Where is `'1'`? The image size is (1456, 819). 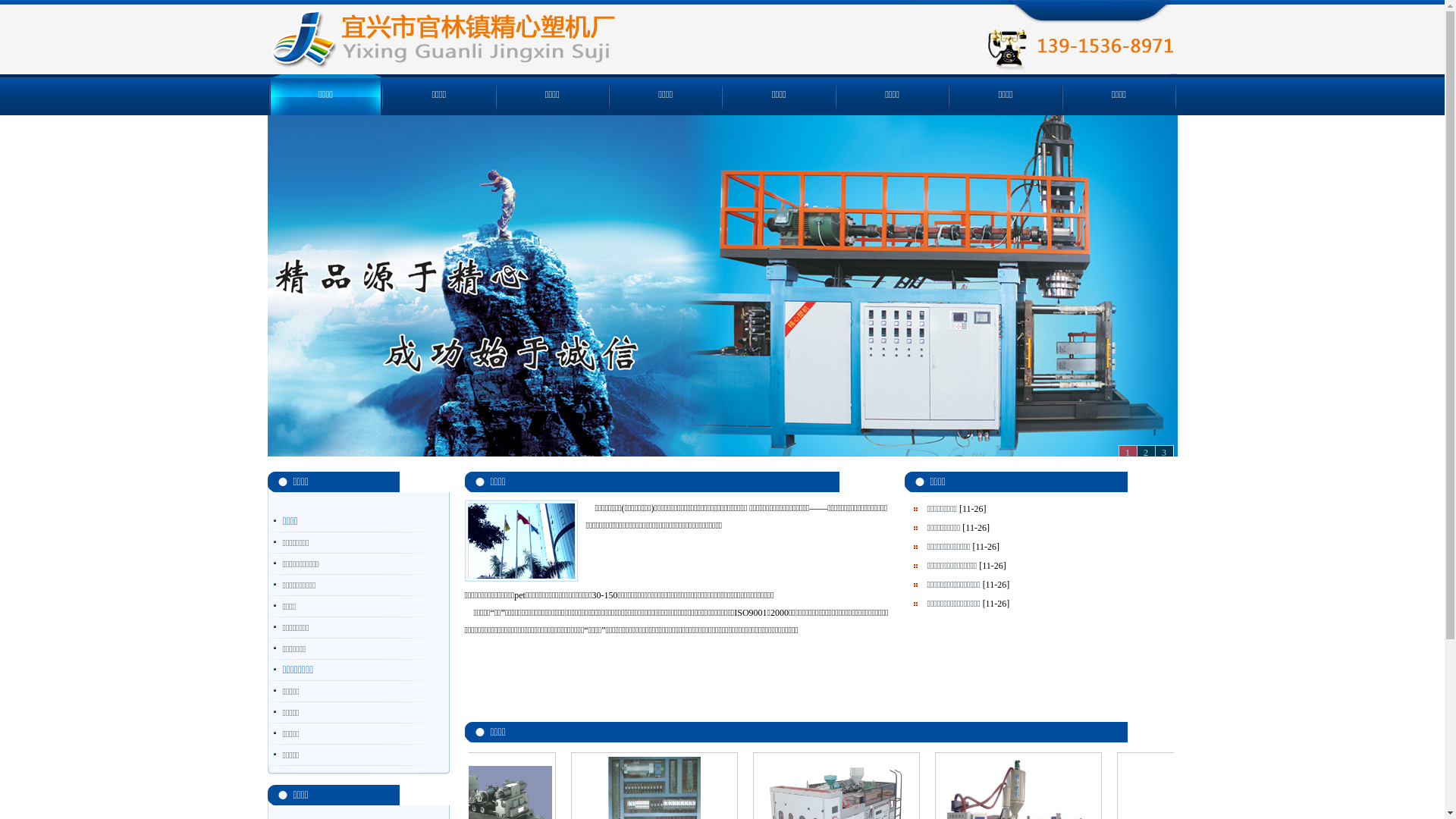 '1' is located at coordinates (1127, 451).